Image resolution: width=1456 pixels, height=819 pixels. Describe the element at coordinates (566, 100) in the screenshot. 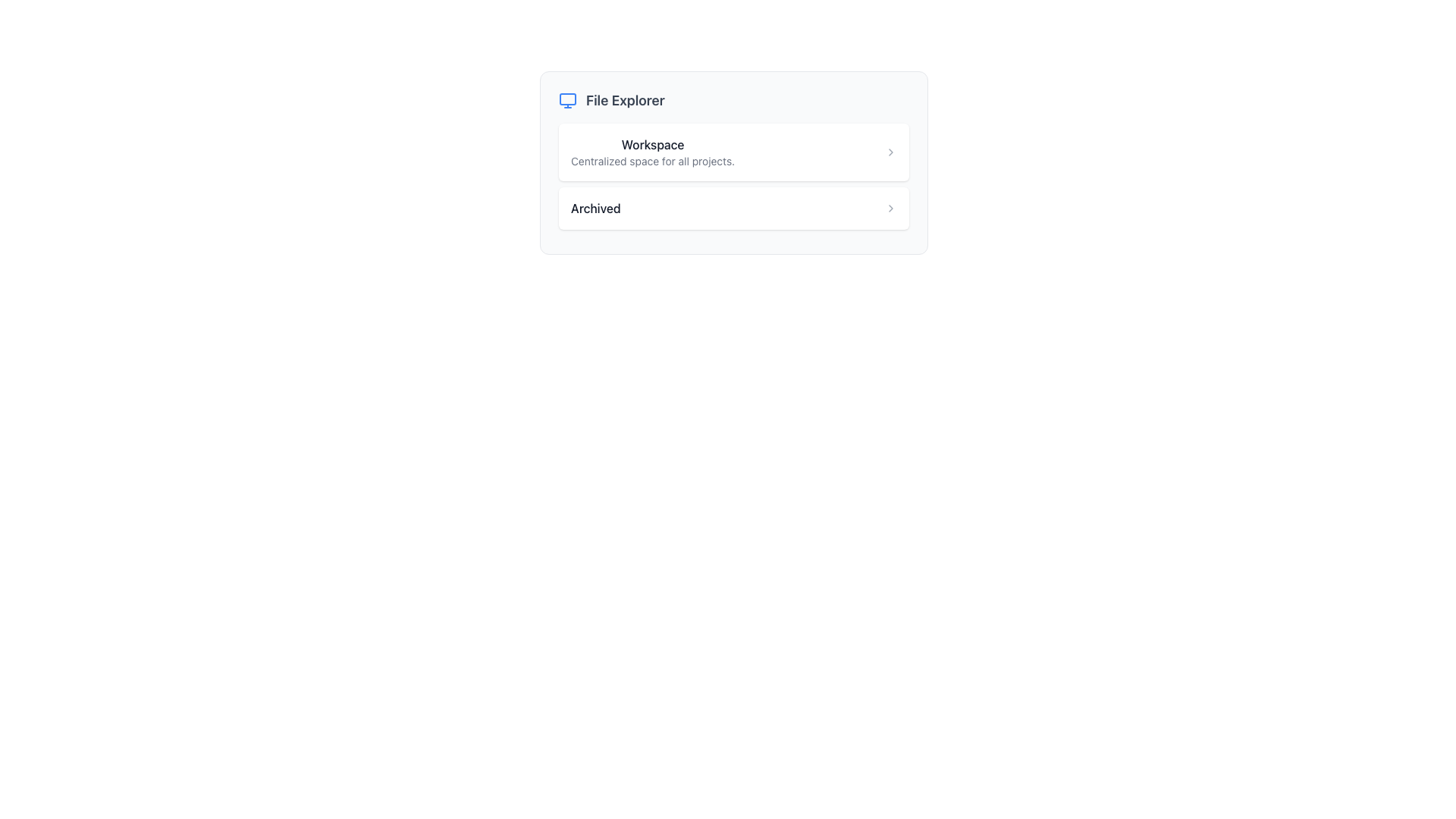

I see `the blue monitor icon located to the left of the text 'File Explorer' in the header section` at that location.